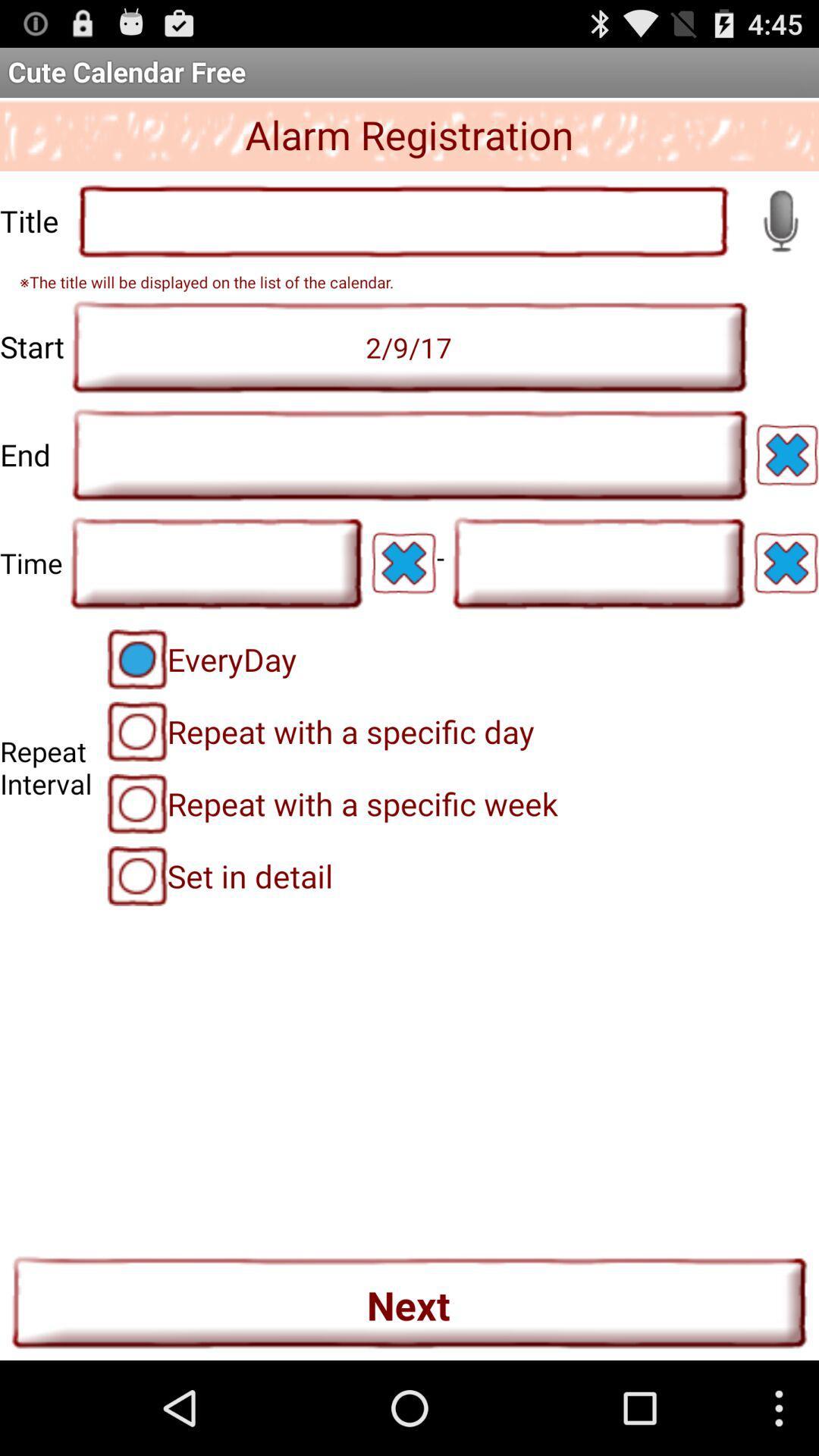 The image size is (819, 1456). I want to click on delete what i typed, so click(785, 562).